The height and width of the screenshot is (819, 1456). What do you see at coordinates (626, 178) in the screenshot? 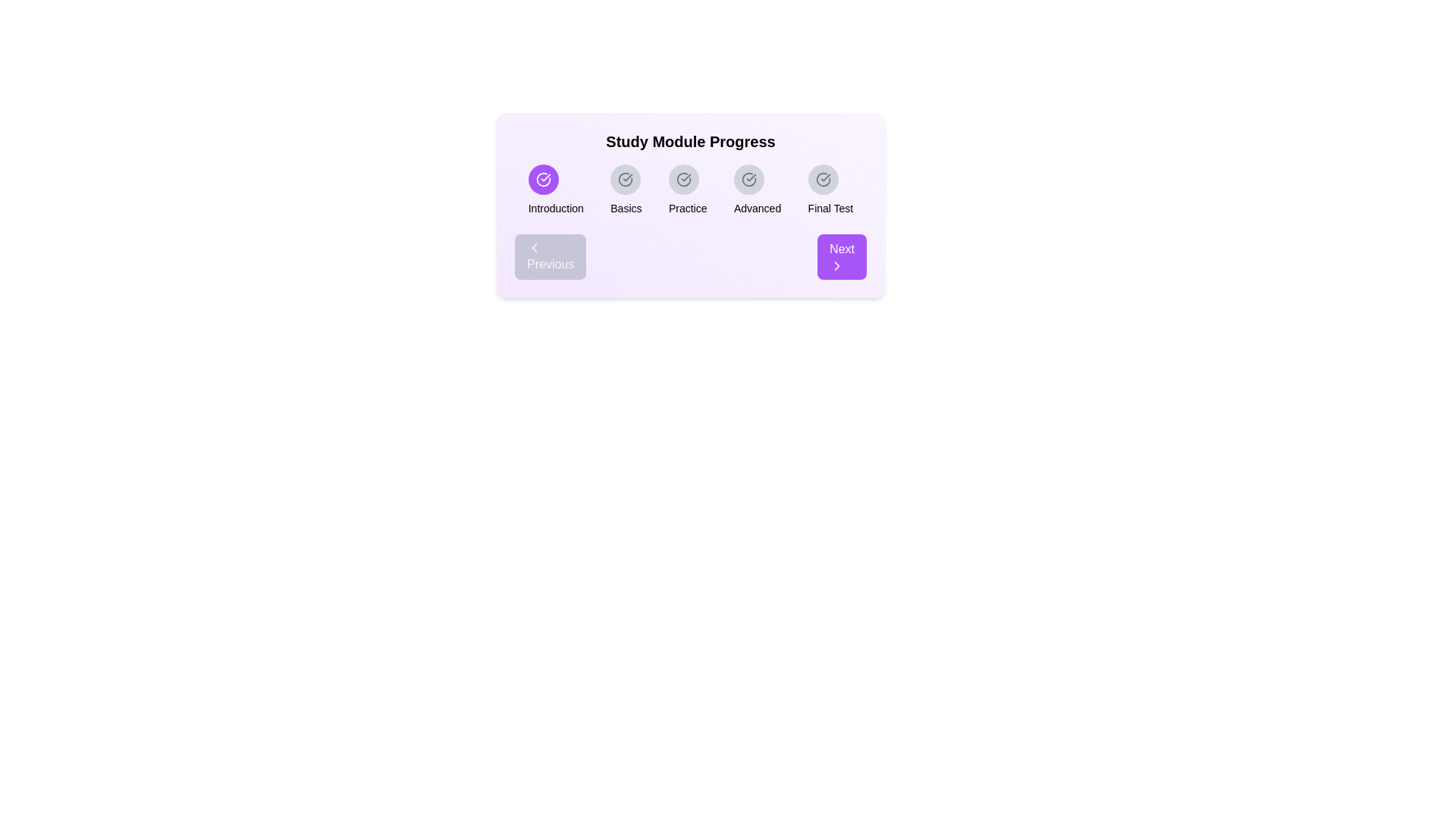
I see `the circular checkmark icon located within the 'Basics' section, which is the second icon from the left in the row of icons labeled 'Introduction,' 'Basics,' 'Practice,' 'Advanced,' and 'Final Test.'` at bounding box center [626, 178].